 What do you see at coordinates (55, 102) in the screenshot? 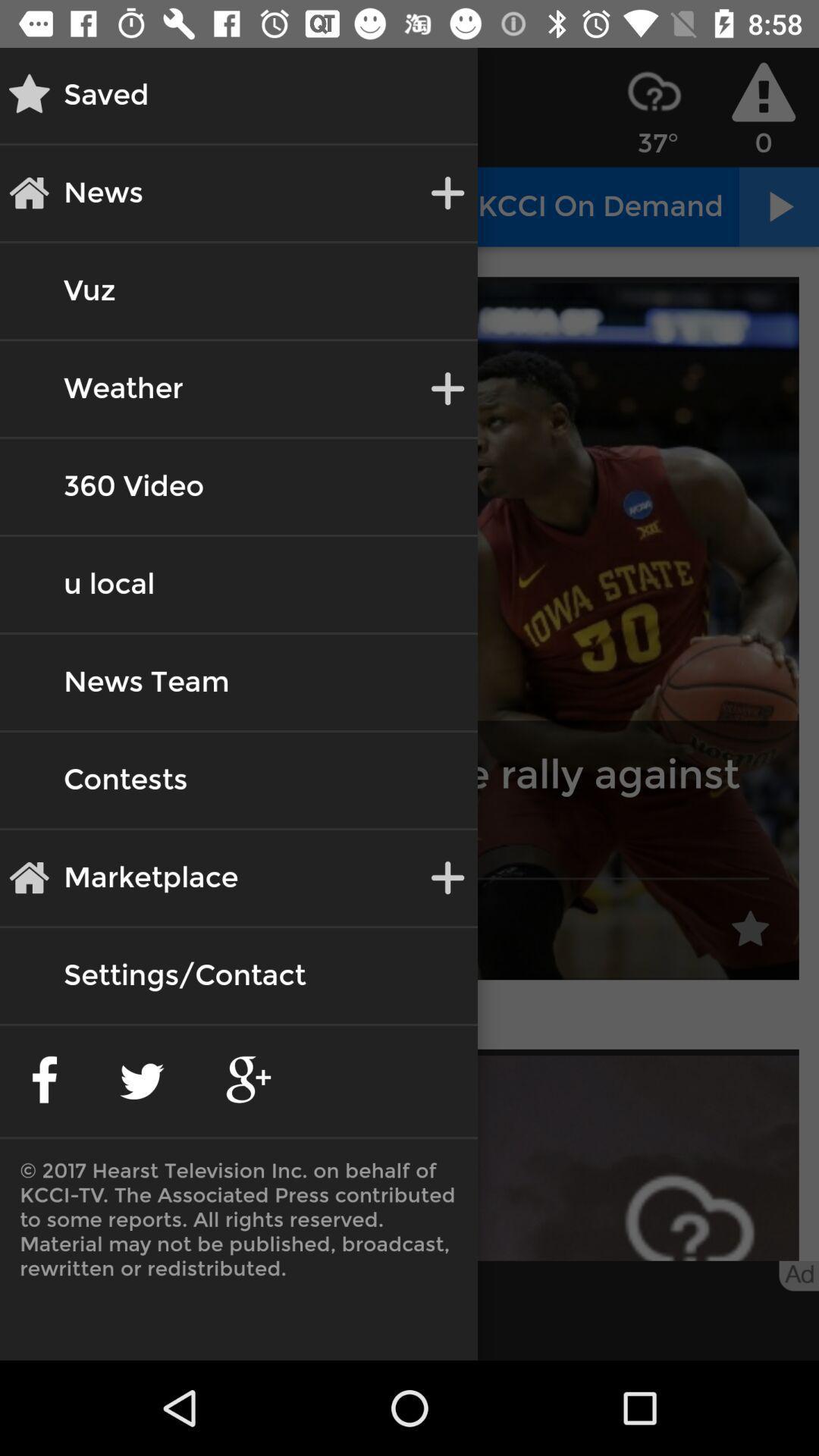
I see `the star icon` at bounding box center [55, 102].